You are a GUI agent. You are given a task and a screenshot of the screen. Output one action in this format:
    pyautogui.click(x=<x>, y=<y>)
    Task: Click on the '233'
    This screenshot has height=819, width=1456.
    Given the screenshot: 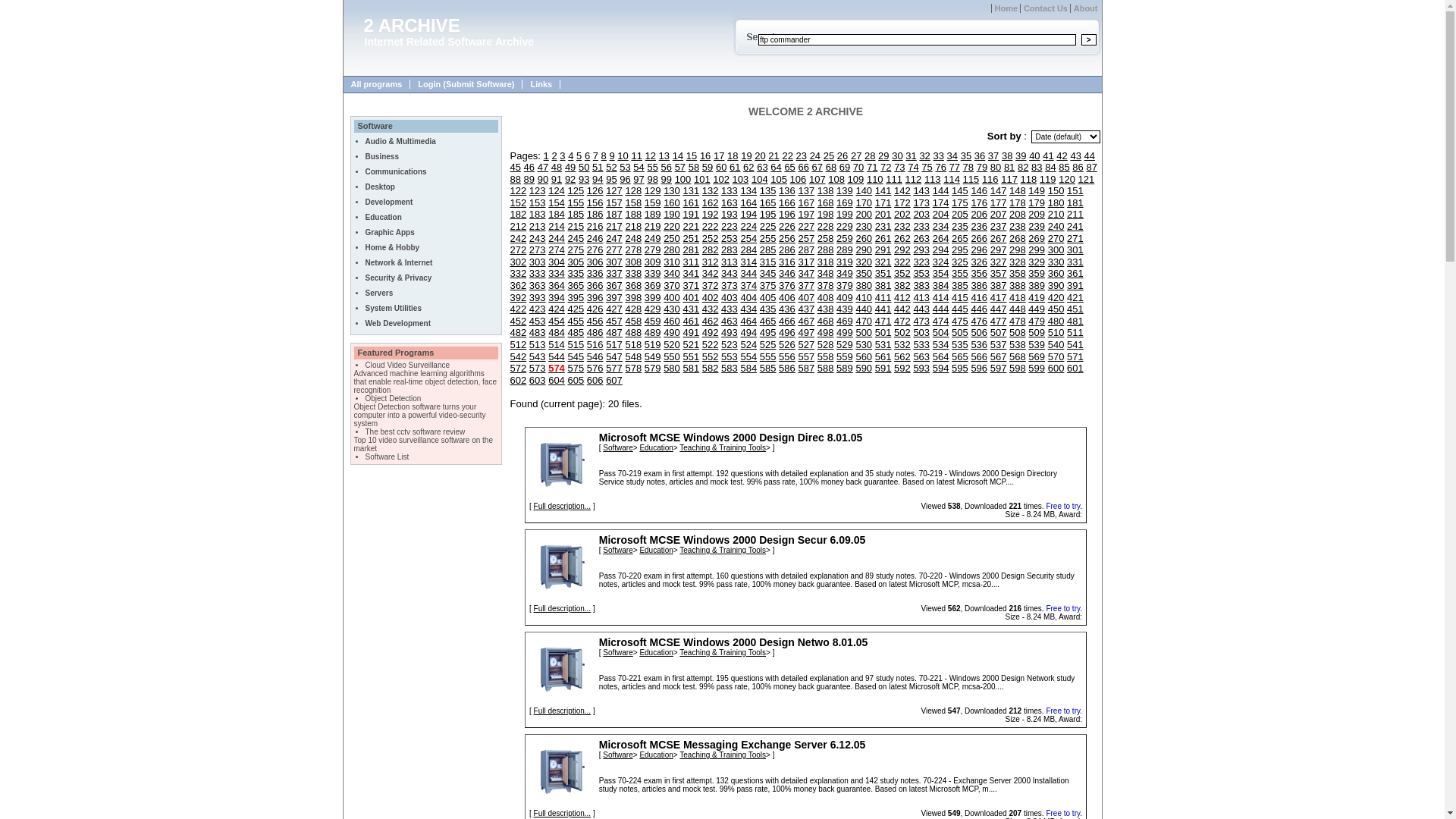 What is the action you would take?
    pyautogui.click(x=920, y=226)
    